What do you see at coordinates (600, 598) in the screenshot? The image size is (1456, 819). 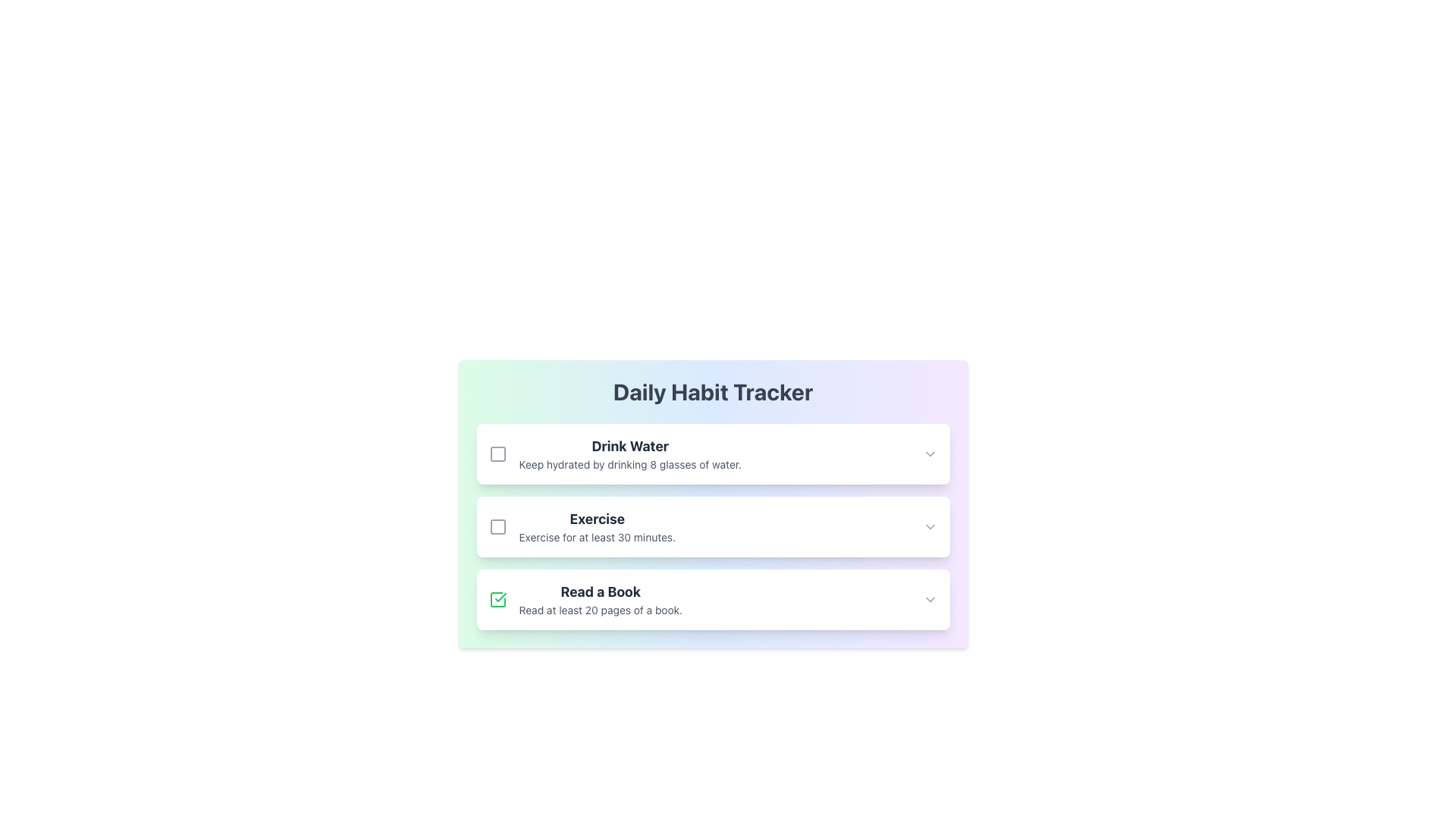 I see `the third text label in the habit tracker application that describes a specific goal or activity, positioned between the 'Exercise' item and subsequent items` at bounding box center [600, 598].